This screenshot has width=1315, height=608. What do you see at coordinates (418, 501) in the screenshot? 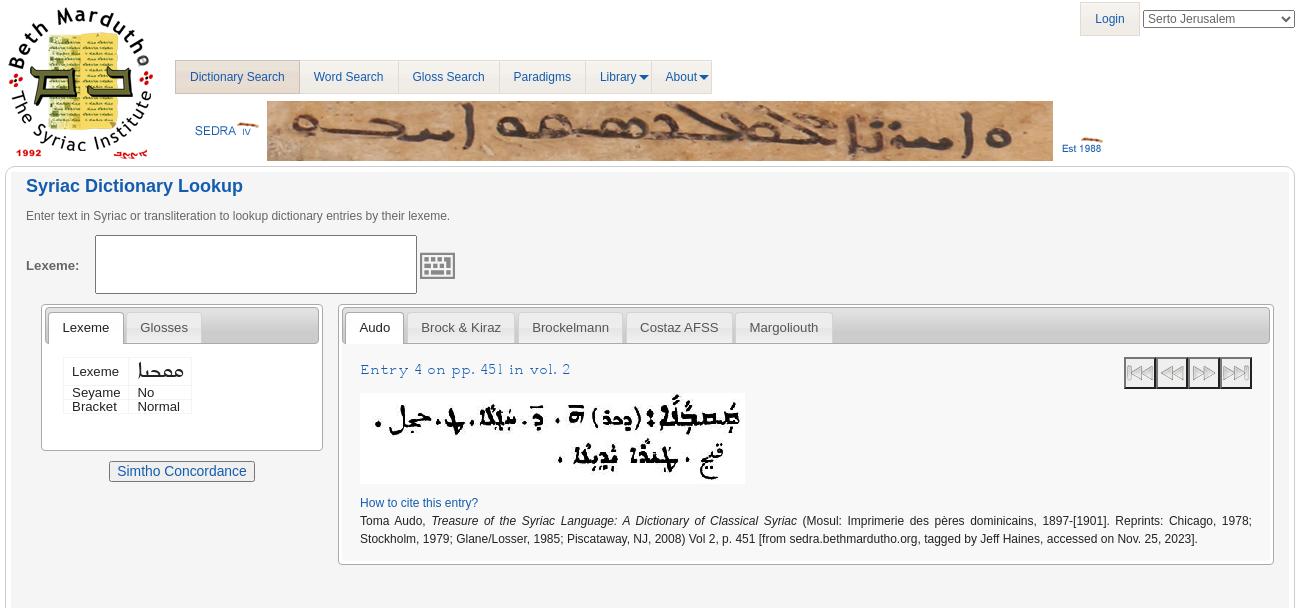
I see `'How to cite this entry?'` at bounding box center [418, 501].